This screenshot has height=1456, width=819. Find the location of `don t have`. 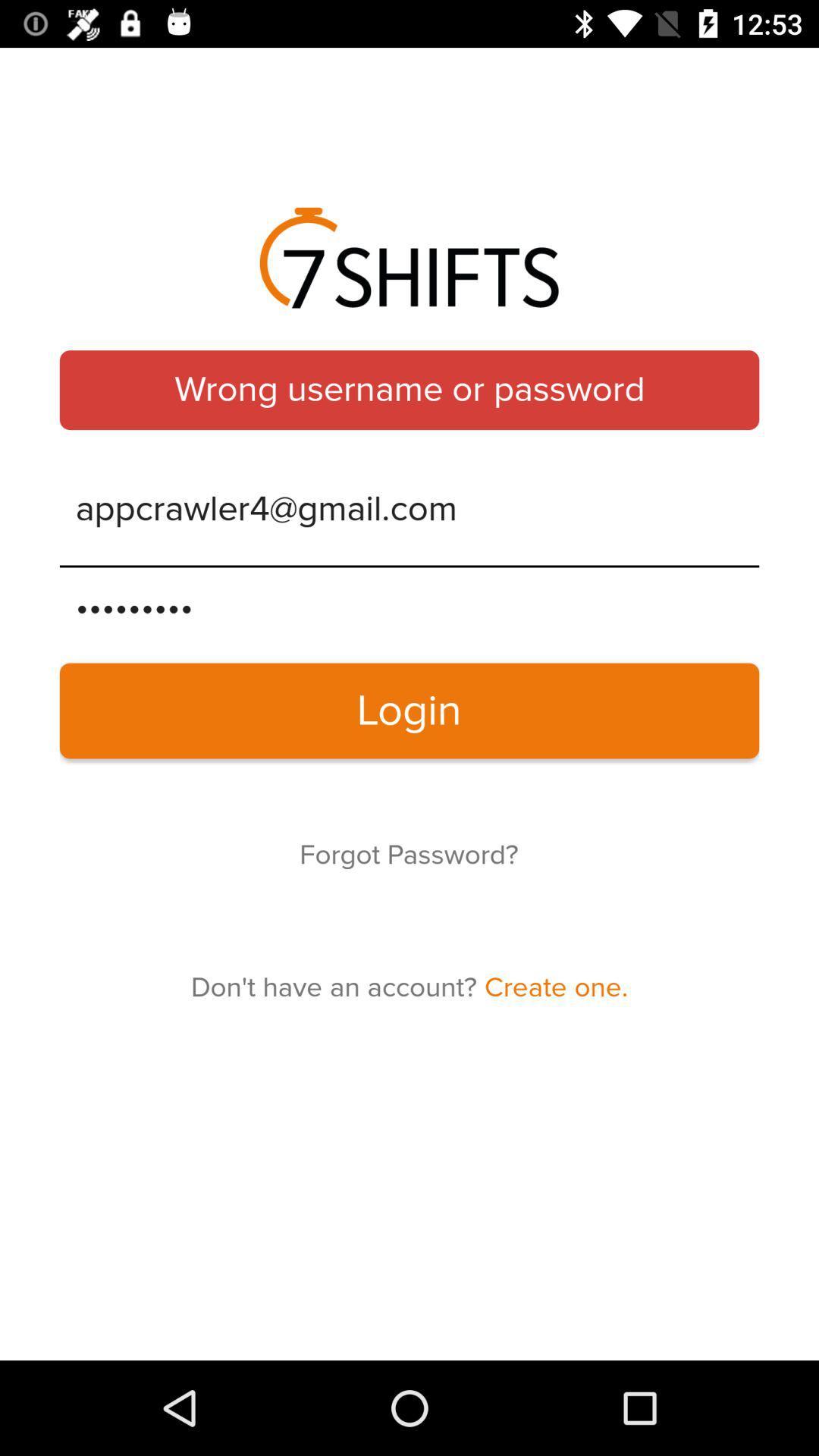

don t have is located at coordinates (409, 987).